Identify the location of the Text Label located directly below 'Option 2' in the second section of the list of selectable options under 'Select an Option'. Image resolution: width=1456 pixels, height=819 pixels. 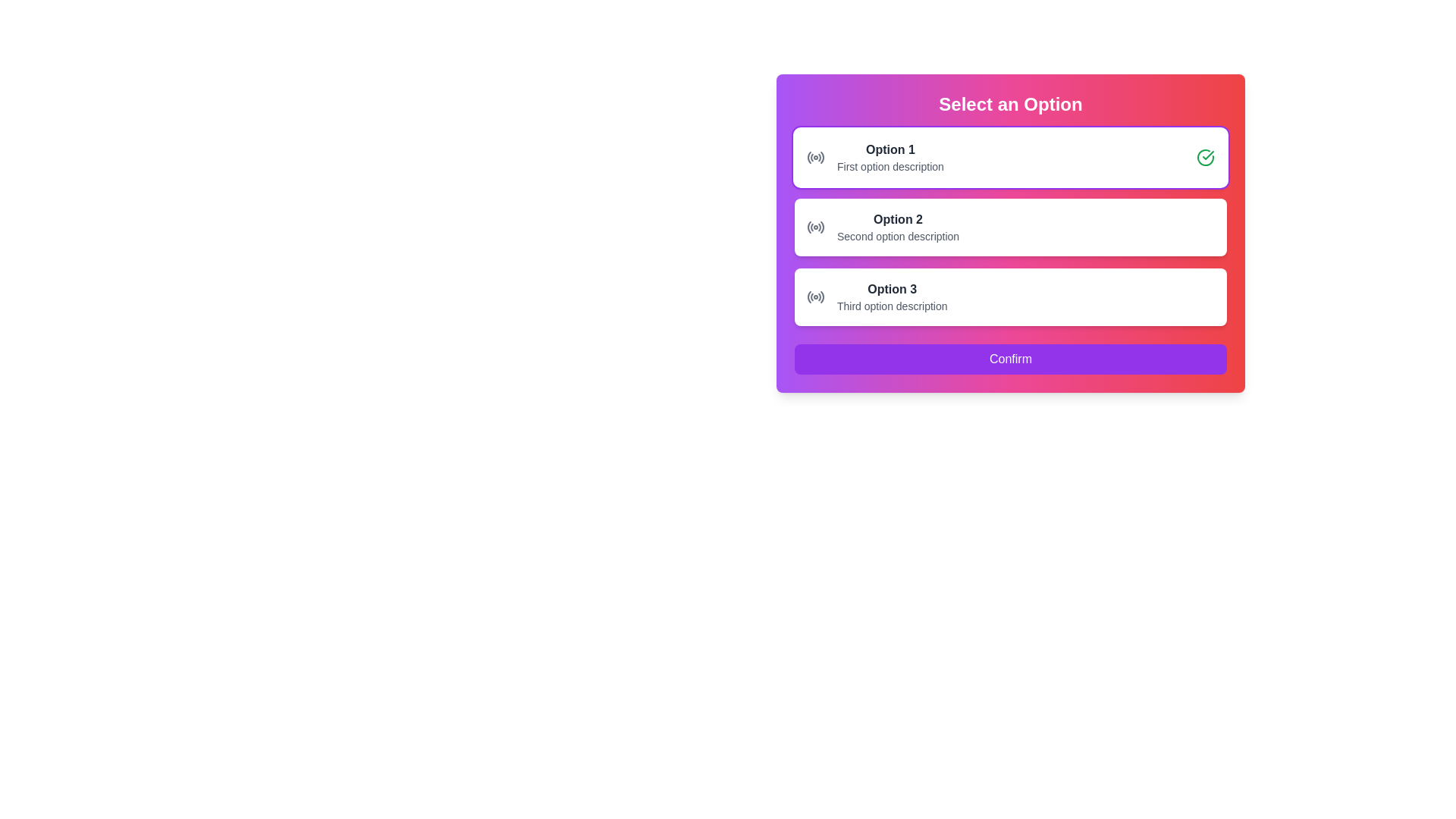
(898, 237).